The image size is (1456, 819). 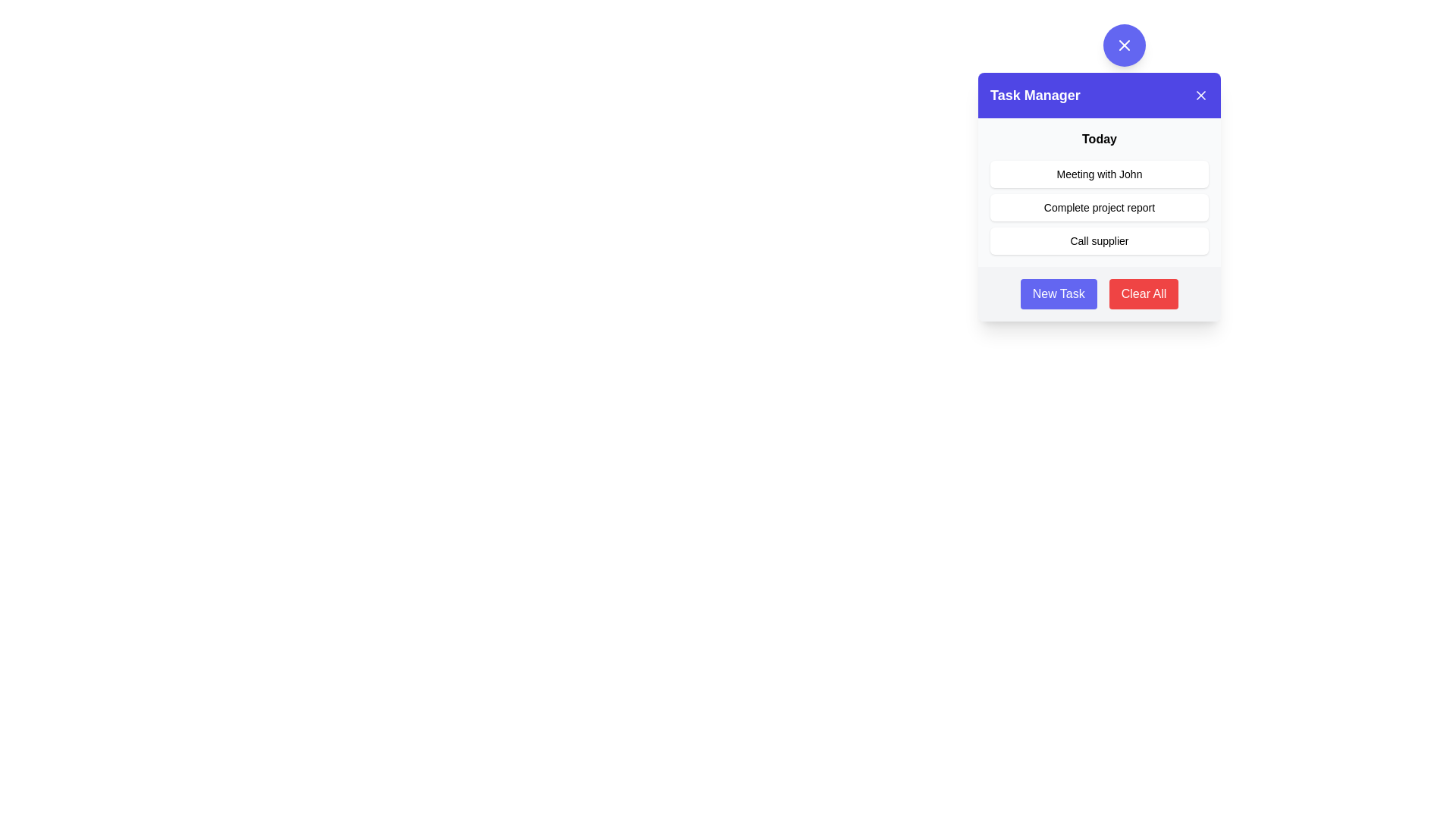 What do you see at coordinates (1099, 240) in the screenshot?
I see `the interactive button used to contact a supplier in the 'Task Manager' panel for keyboard interaction` at bounding box center [1099, 240].